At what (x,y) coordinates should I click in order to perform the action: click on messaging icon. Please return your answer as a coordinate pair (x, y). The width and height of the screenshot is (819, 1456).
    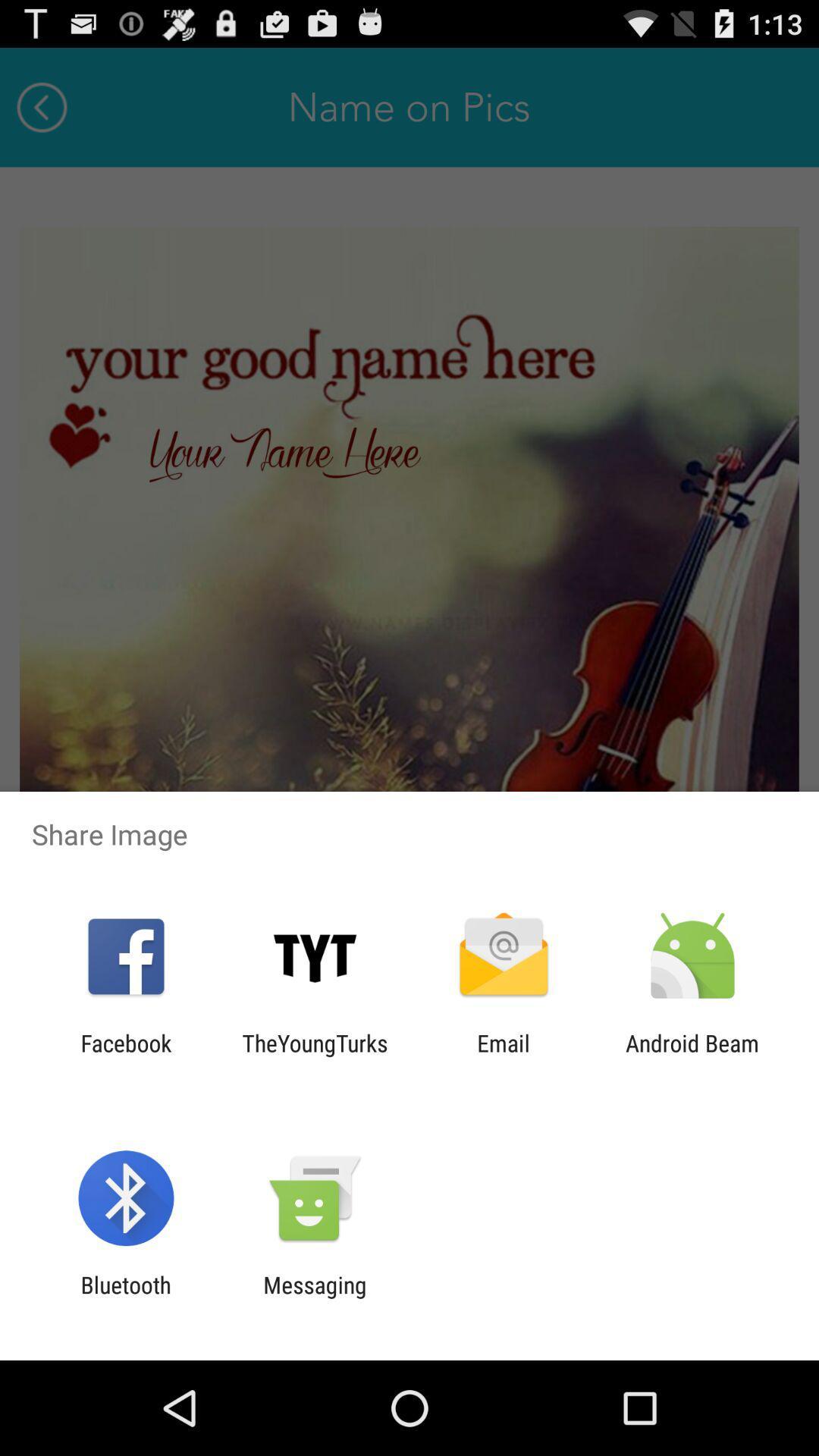
    Looking at the image, I should click on (314, 1298).